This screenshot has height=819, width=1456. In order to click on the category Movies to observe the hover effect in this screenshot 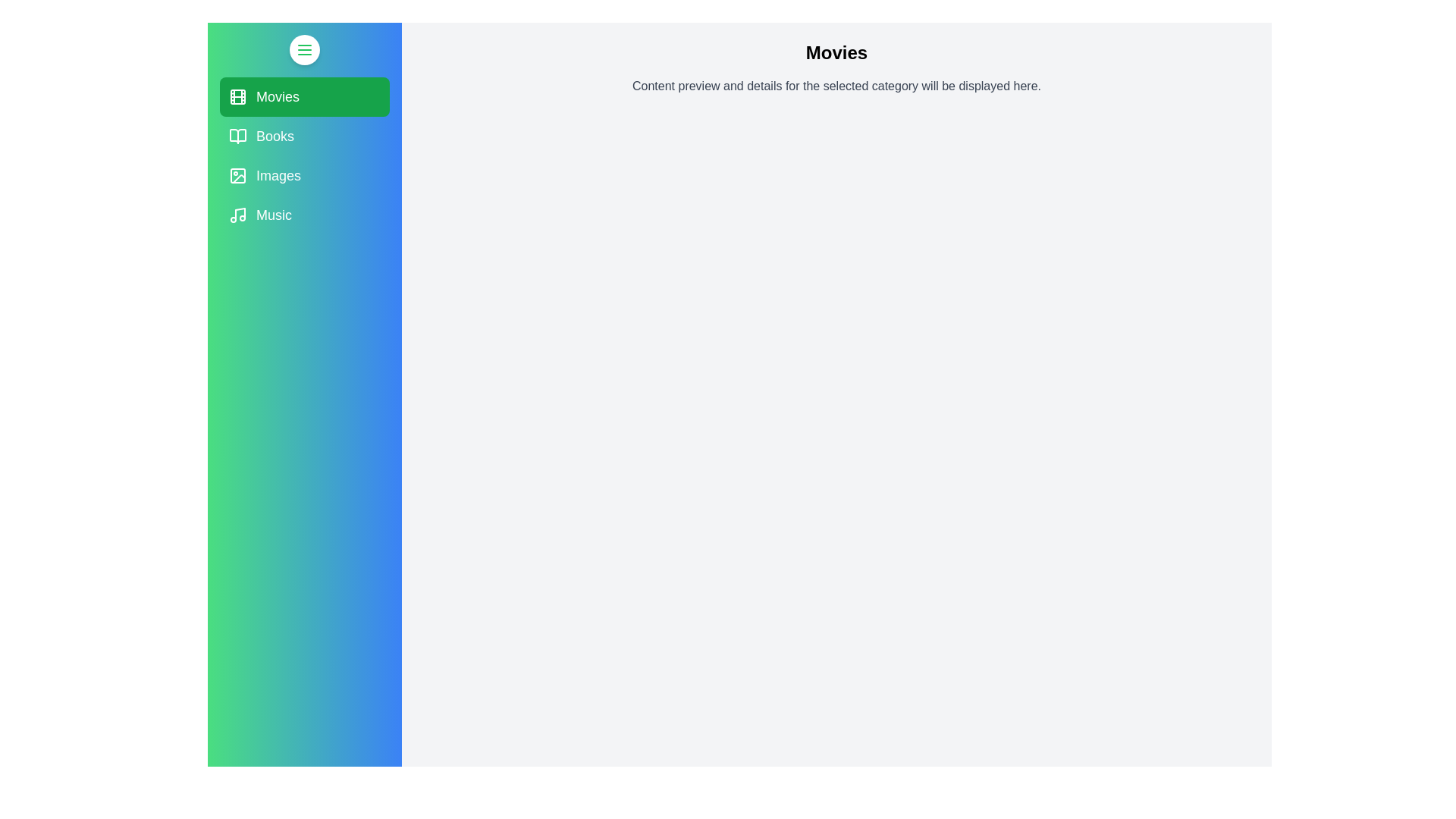, I will do `click(304, 96)`.